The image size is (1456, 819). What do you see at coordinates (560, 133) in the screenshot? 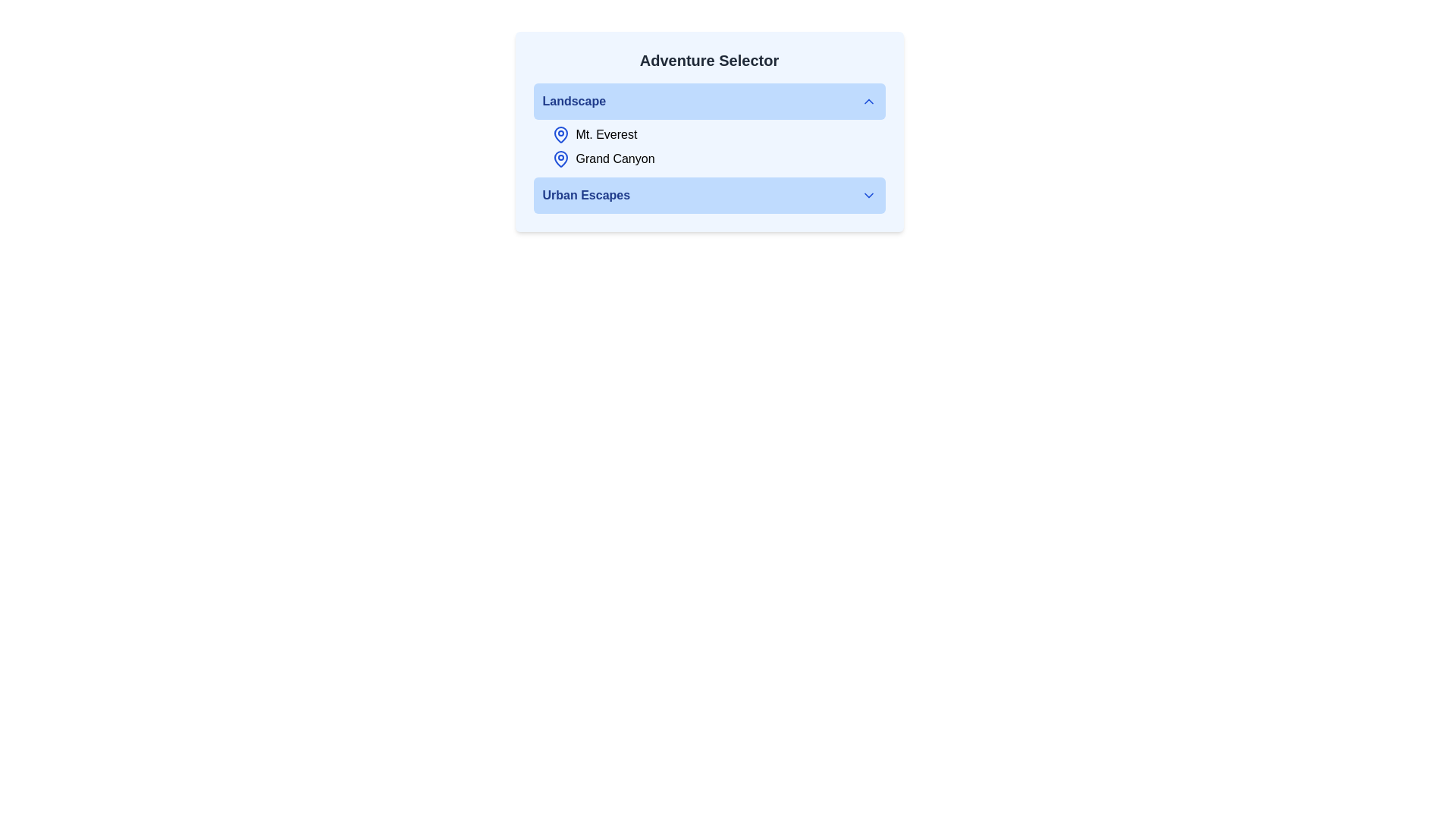
I see `the geographical location icon located to the left of the text 'Mt. Everest' in the 'Landscape' section` at bounding box center [560, 133].